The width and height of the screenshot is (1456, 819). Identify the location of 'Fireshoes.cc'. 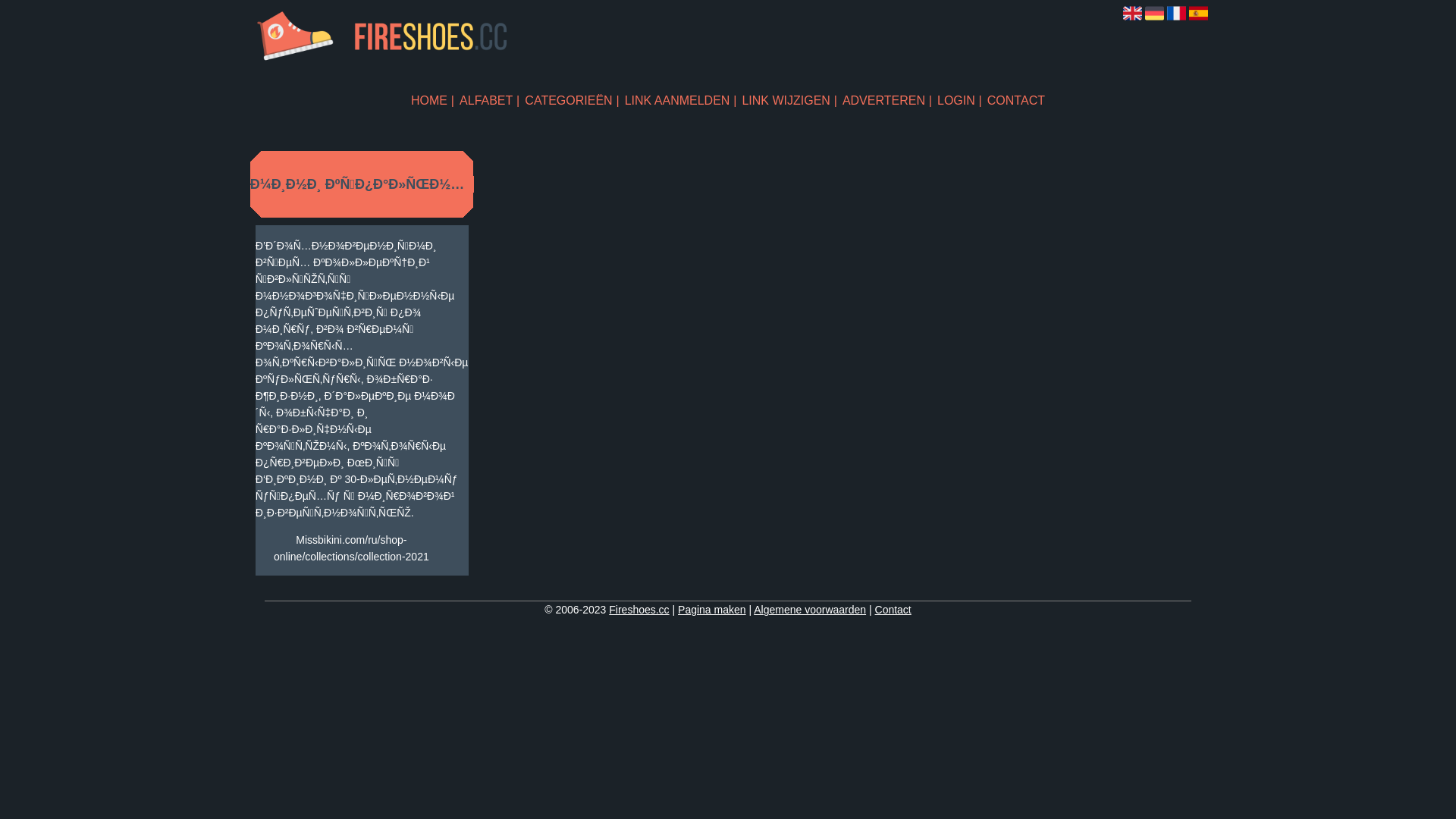
(639, 608).